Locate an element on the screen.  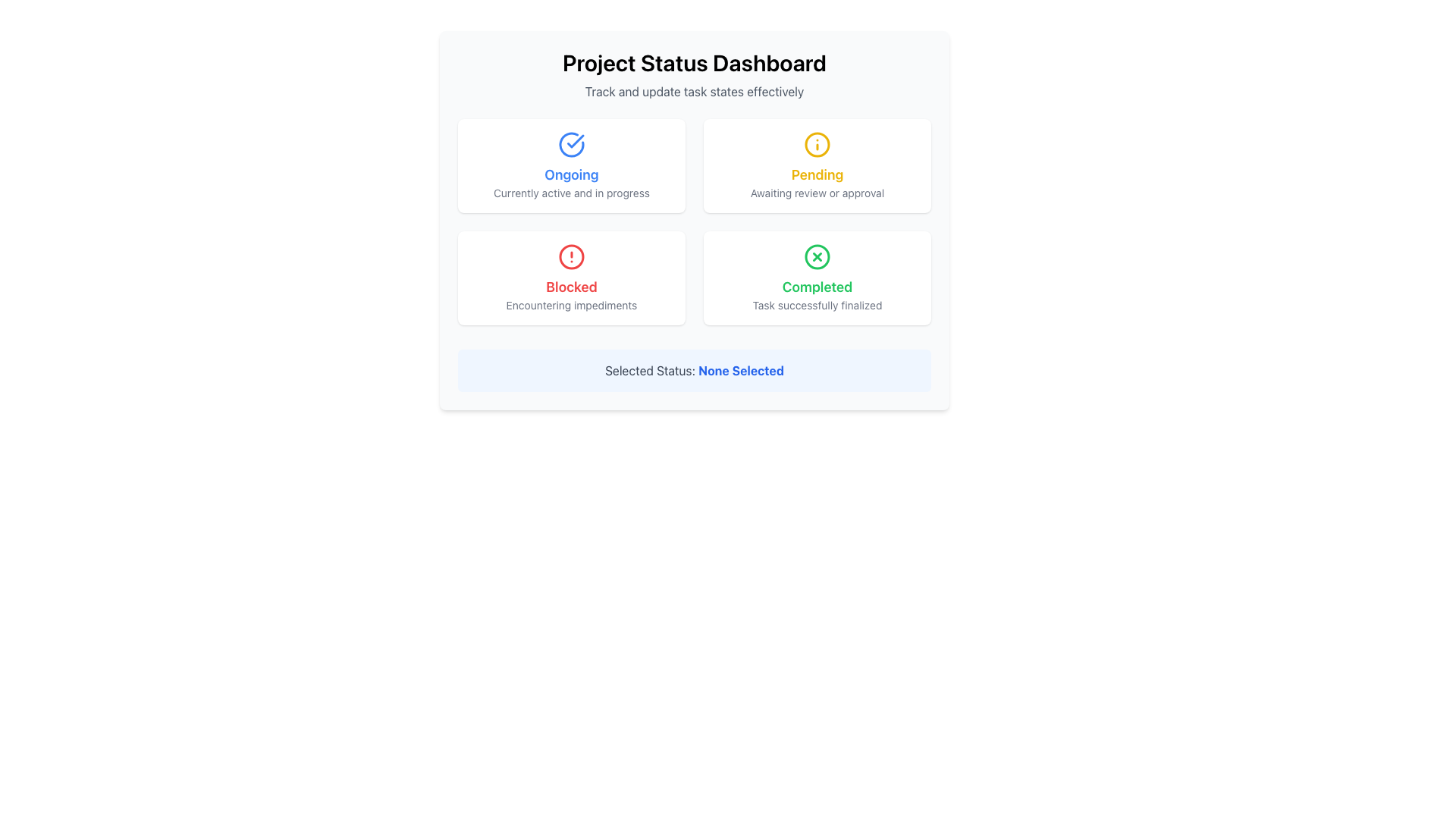
the prominent heading indicating the title of the dashboard, which is positioned above the subtitle 'Track and update task states effectively.' is located at coordinates (694, 62).